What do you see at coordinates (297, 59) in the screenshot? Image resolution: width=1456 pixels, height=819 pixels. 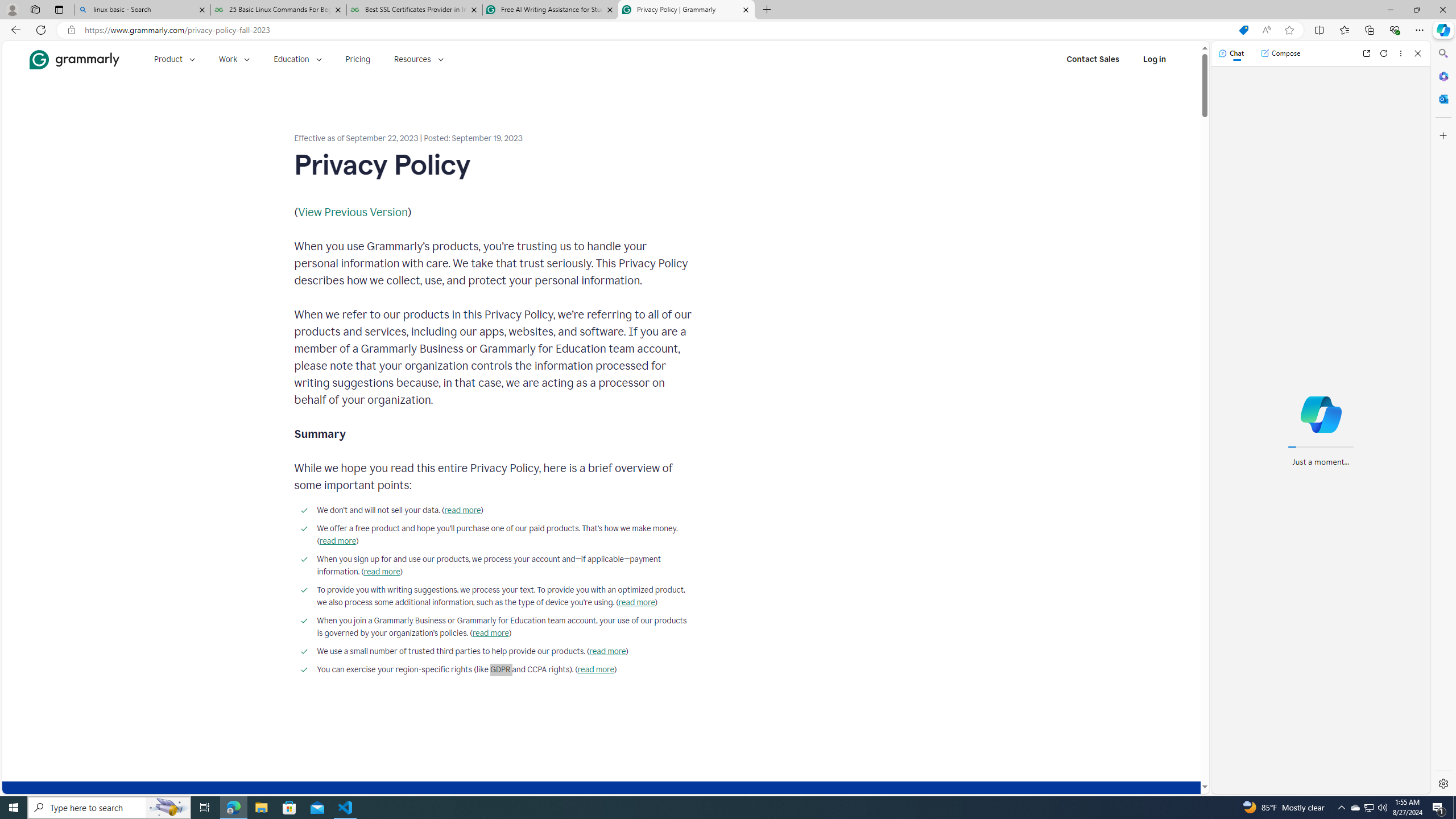 I see `'Education'` at bounding box center [297, 59].